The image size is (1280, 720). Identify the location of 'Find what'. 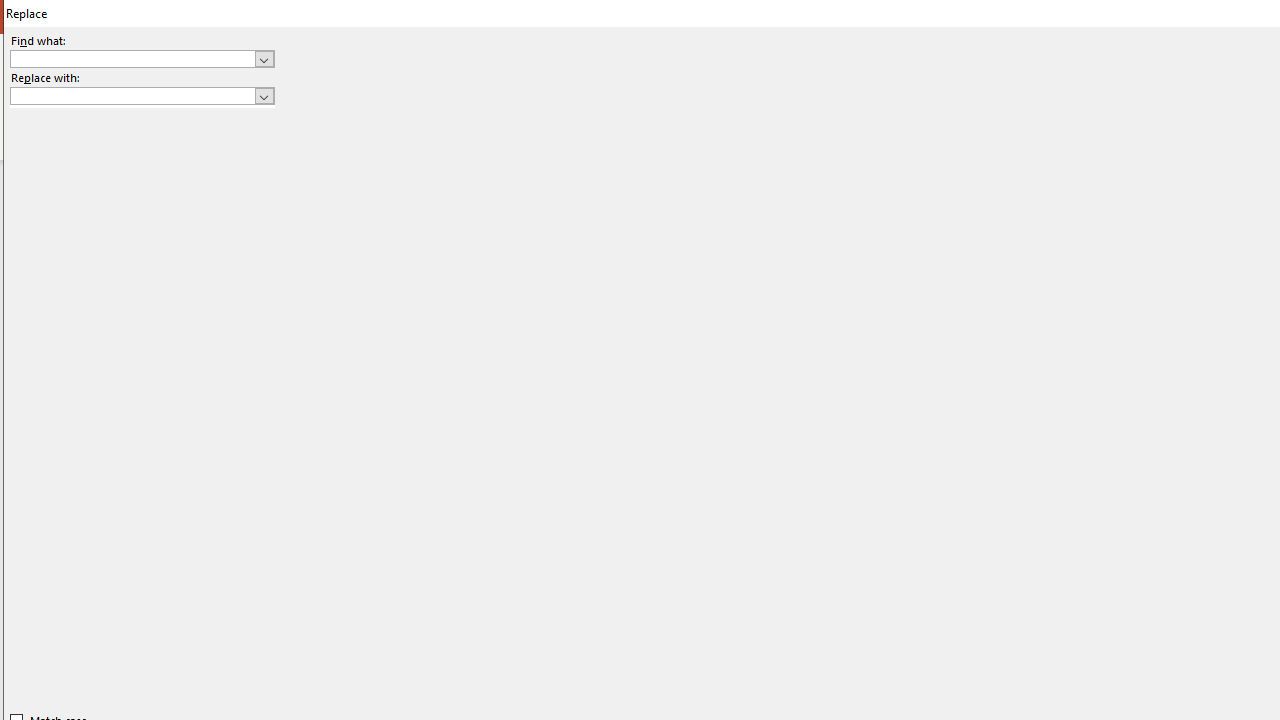
(132, 58).